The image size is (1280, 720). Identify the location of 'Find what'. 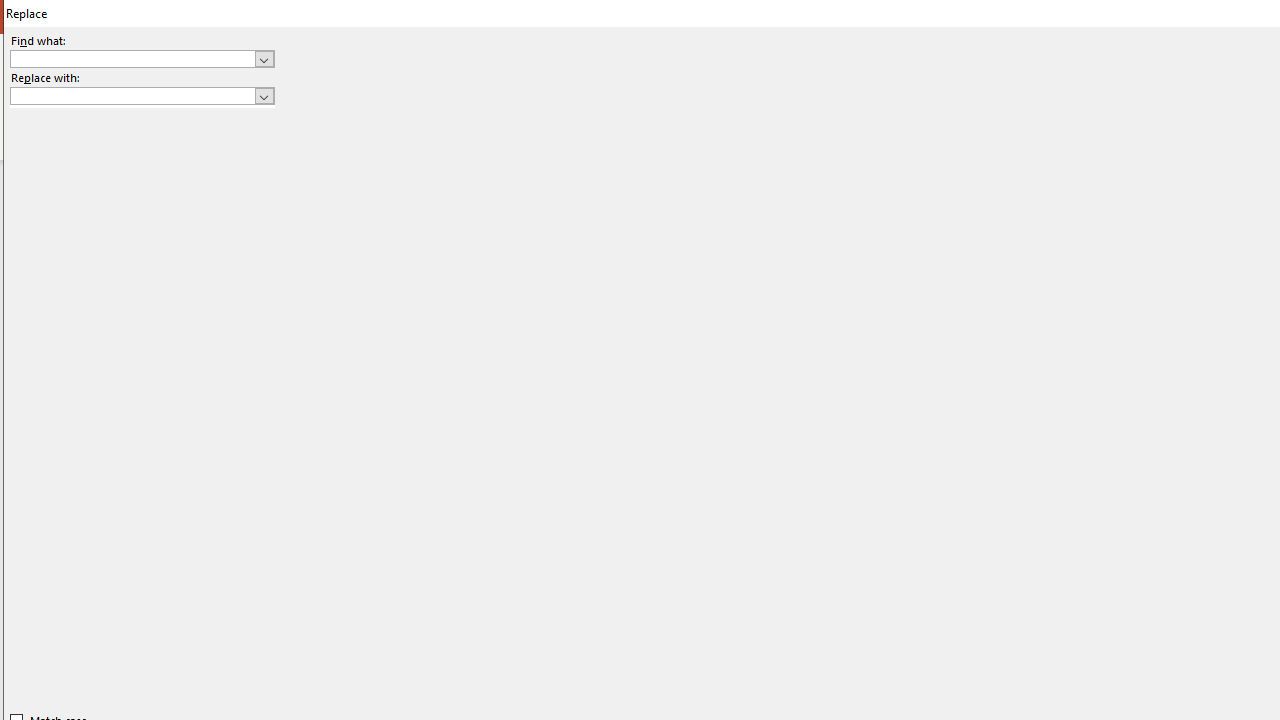
(132, 58).